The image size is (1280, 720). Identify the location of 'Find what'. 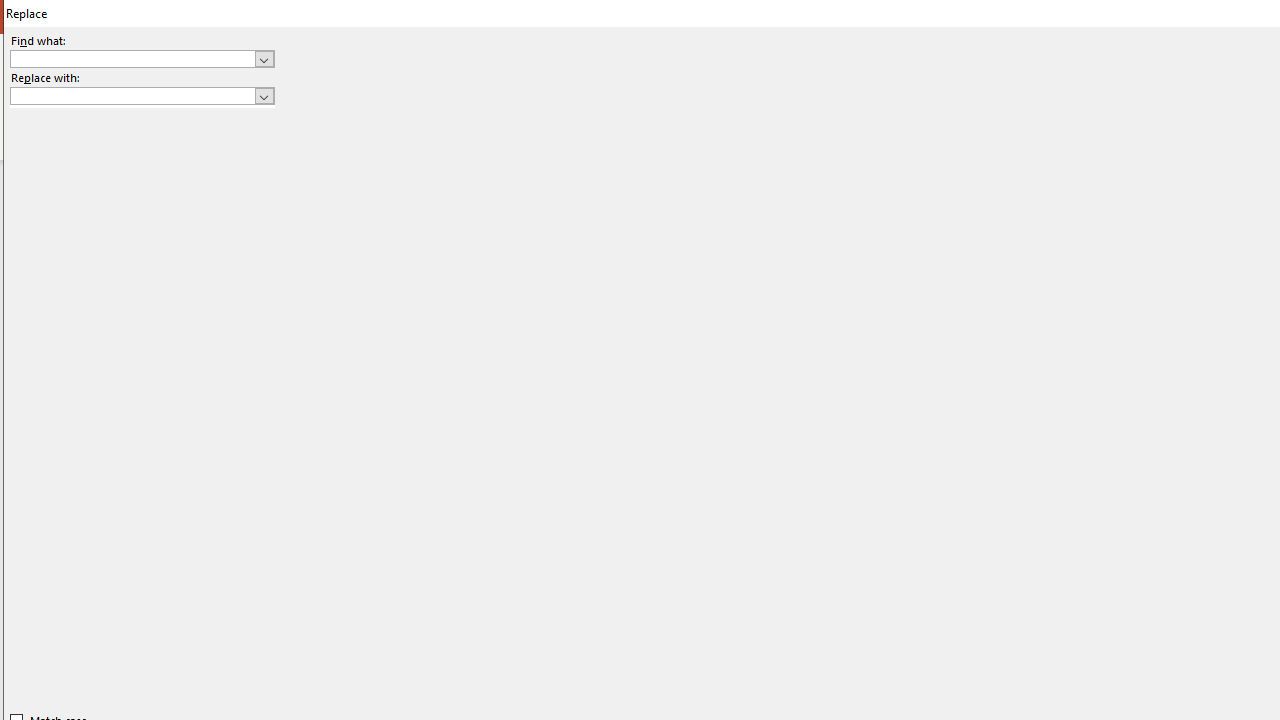
(132, 58).